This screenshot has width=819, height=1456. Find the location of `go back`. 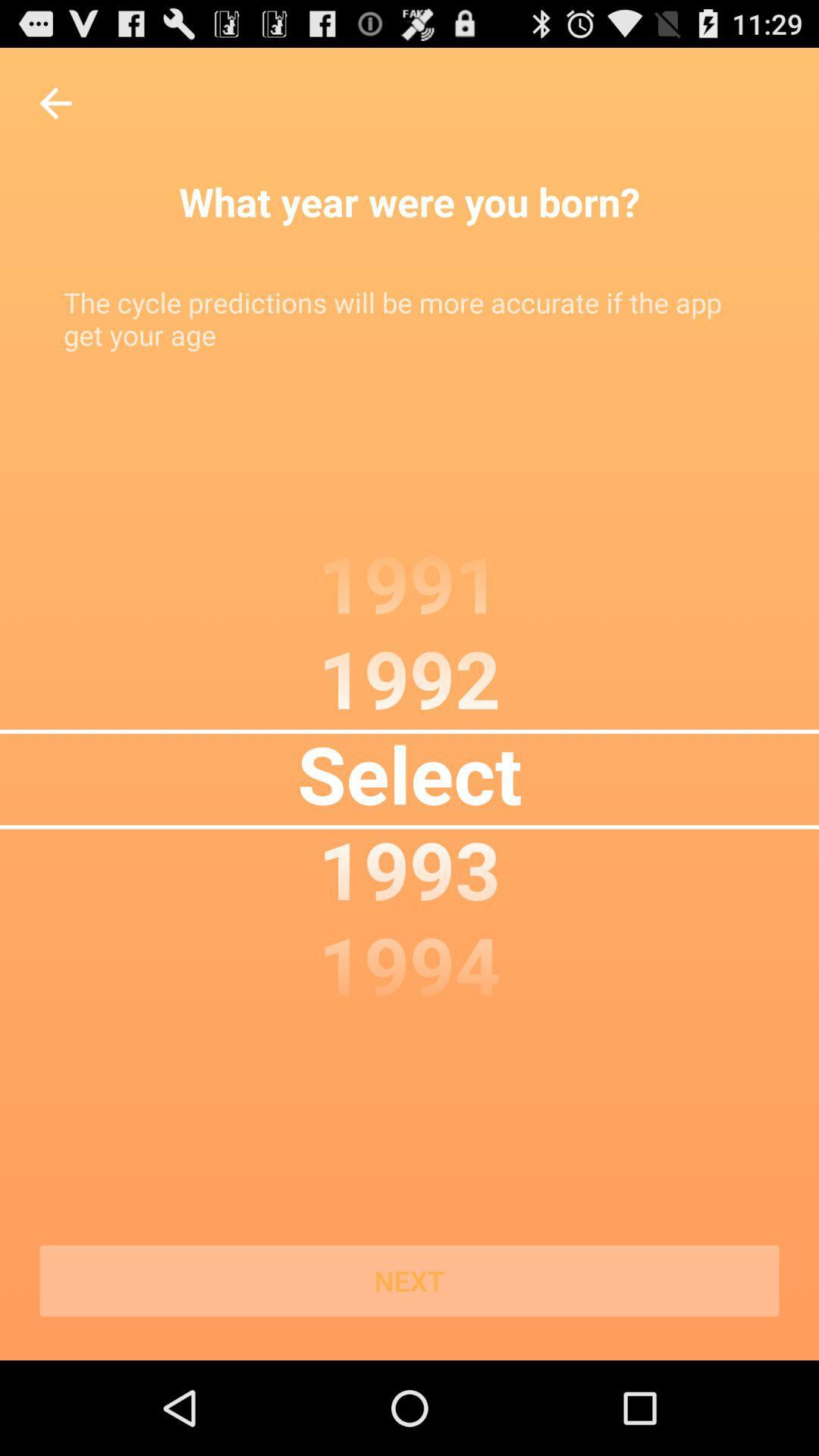

go back is located at coordinates (55, 102).